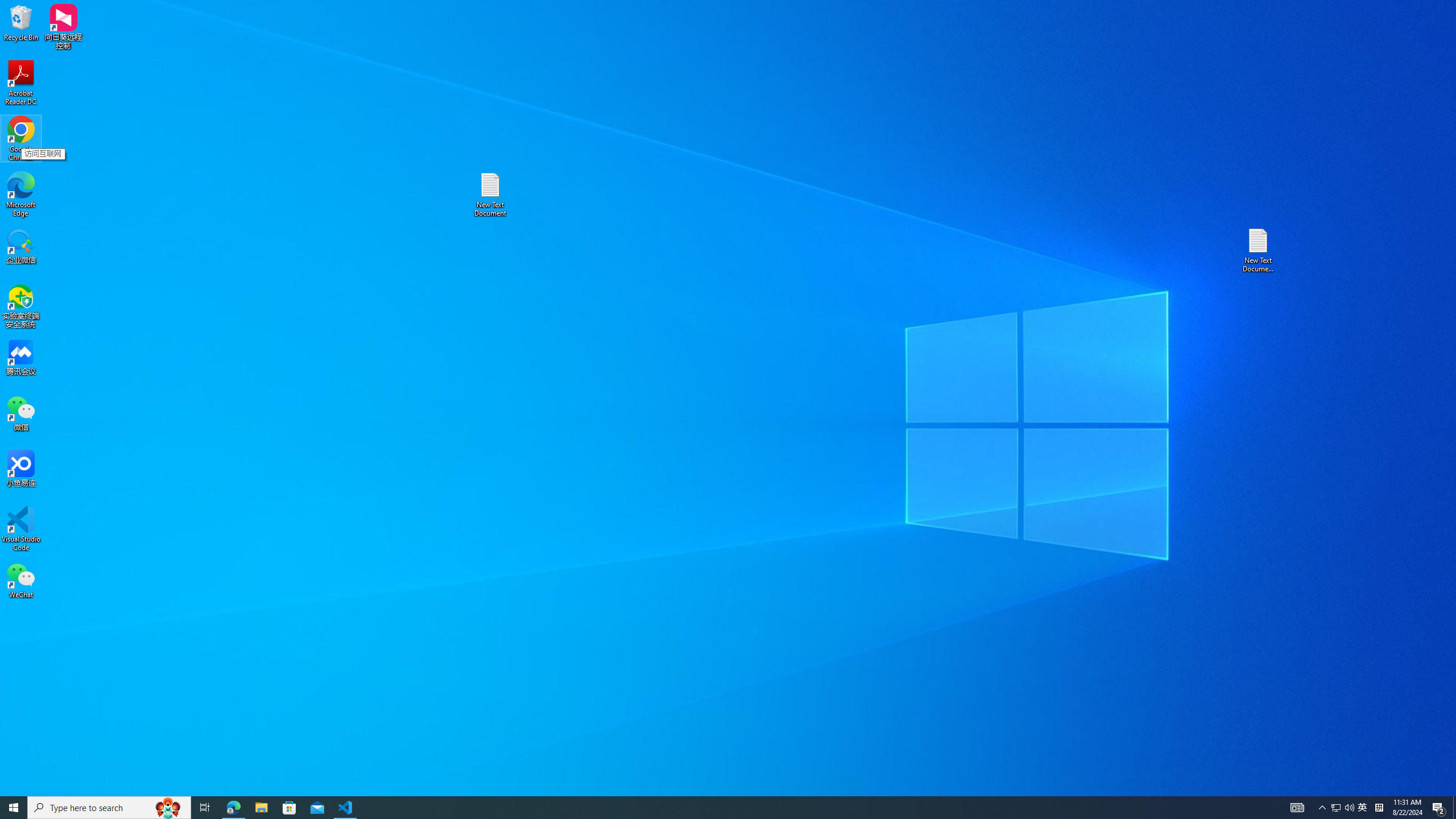 The image size is (1456, 819). Describe the element at coordinates (1296, 806) in the screenshot. I see `'AutomationID: 4105'` at that location.